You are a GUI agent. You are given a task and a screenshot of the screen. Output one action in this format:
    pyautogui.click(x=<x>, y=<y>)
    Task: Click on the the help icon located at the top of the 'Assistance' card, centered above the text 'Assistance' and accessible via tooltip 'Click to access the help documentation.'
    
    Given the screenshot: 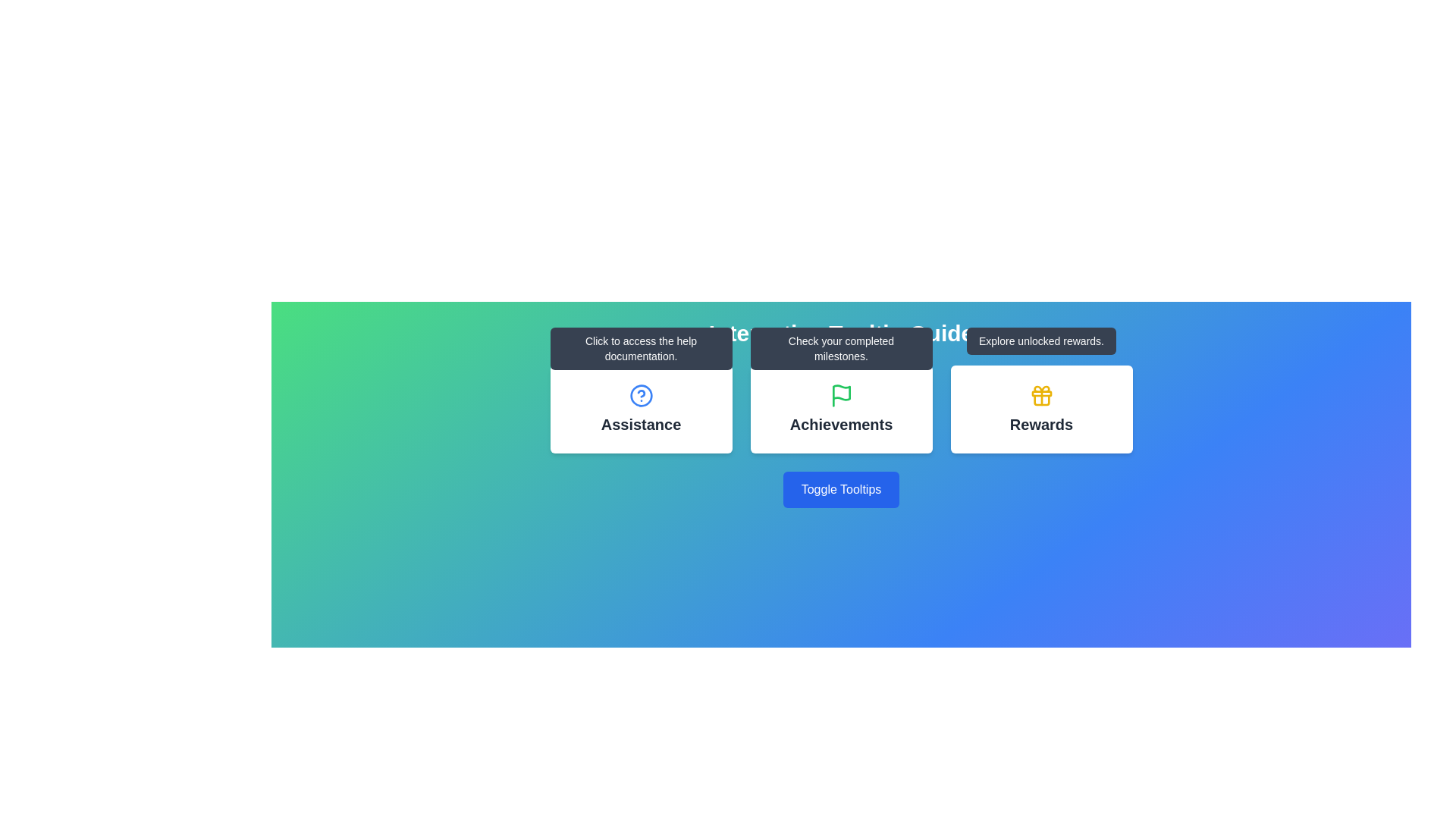 What is the action you would take?
    pyautogui.click(x=641, y=394)
    